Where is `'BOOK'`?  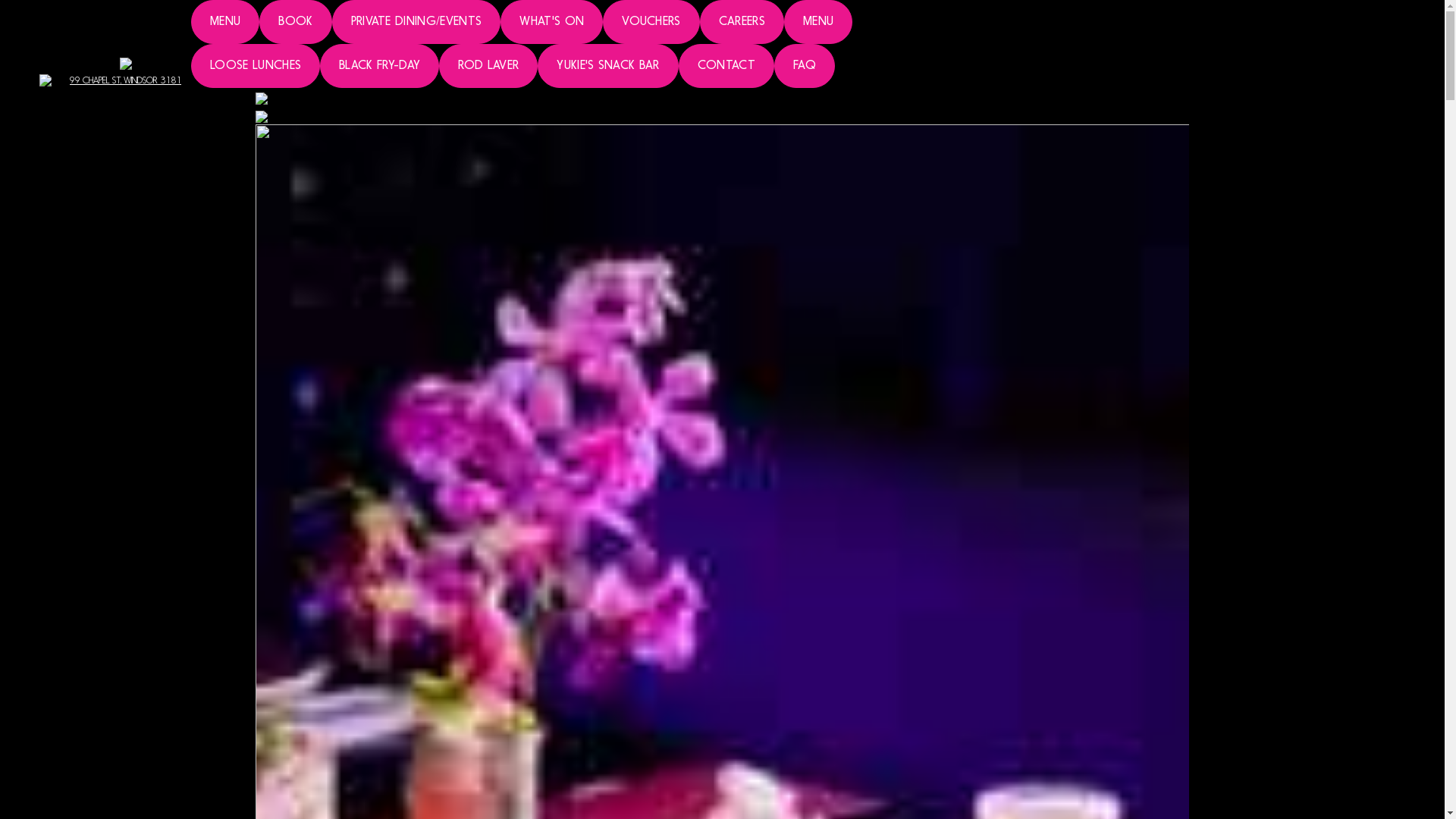 'BOOK' is located at coordinates (295, 22).